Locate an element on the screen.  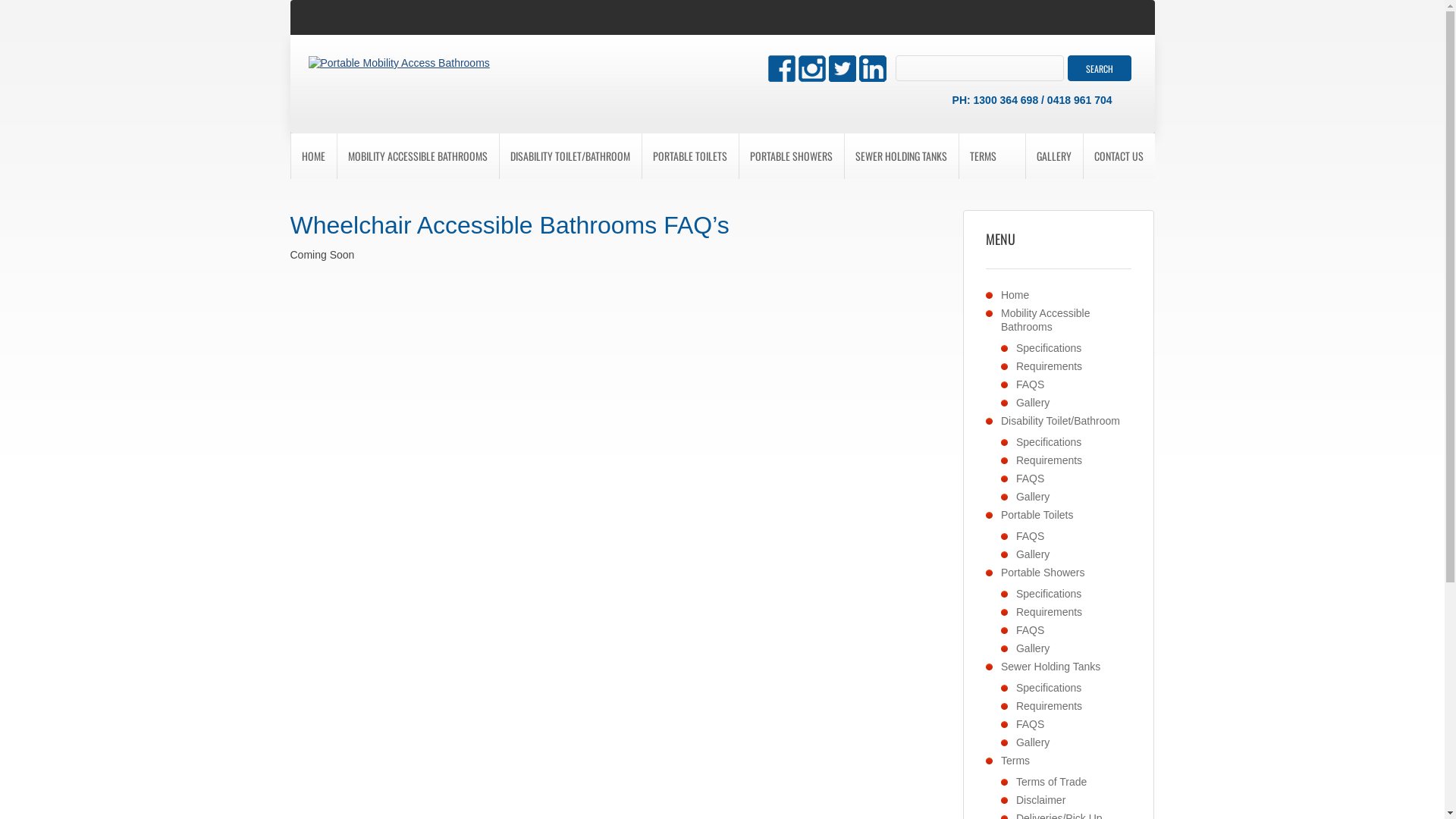
'TERMS' is located at coordinates (983, 155).